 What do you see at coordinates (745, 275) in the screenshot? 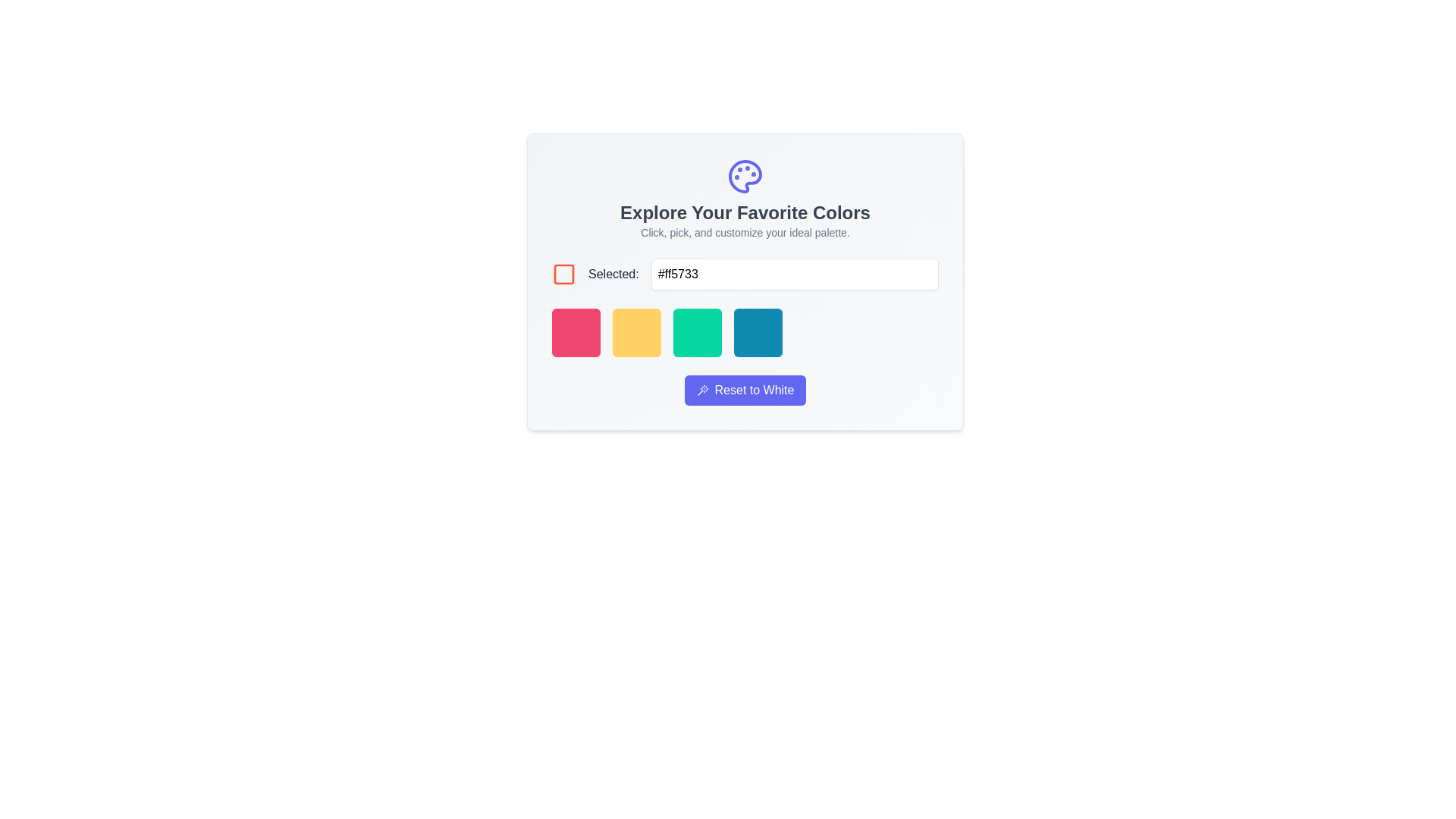
I see `the text input field for editing within the Composite element that includes a checkbox with a red border and the label 'Selected:' in bold` at bounding box center [745, 275].